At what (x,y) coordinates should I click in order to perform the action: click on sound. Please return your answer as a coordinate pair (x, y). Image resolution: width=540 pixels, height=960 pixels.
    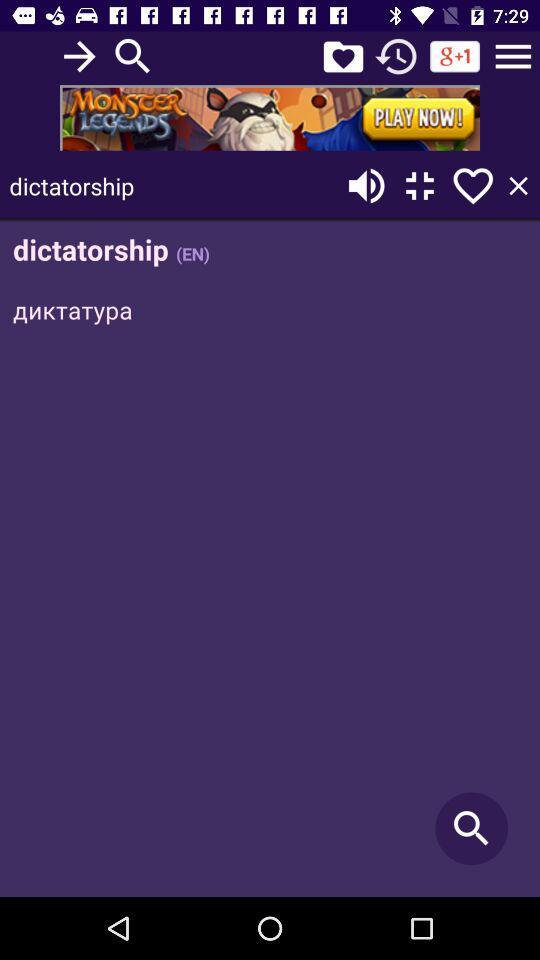
    Looking at the image, I should click on (365, 185).